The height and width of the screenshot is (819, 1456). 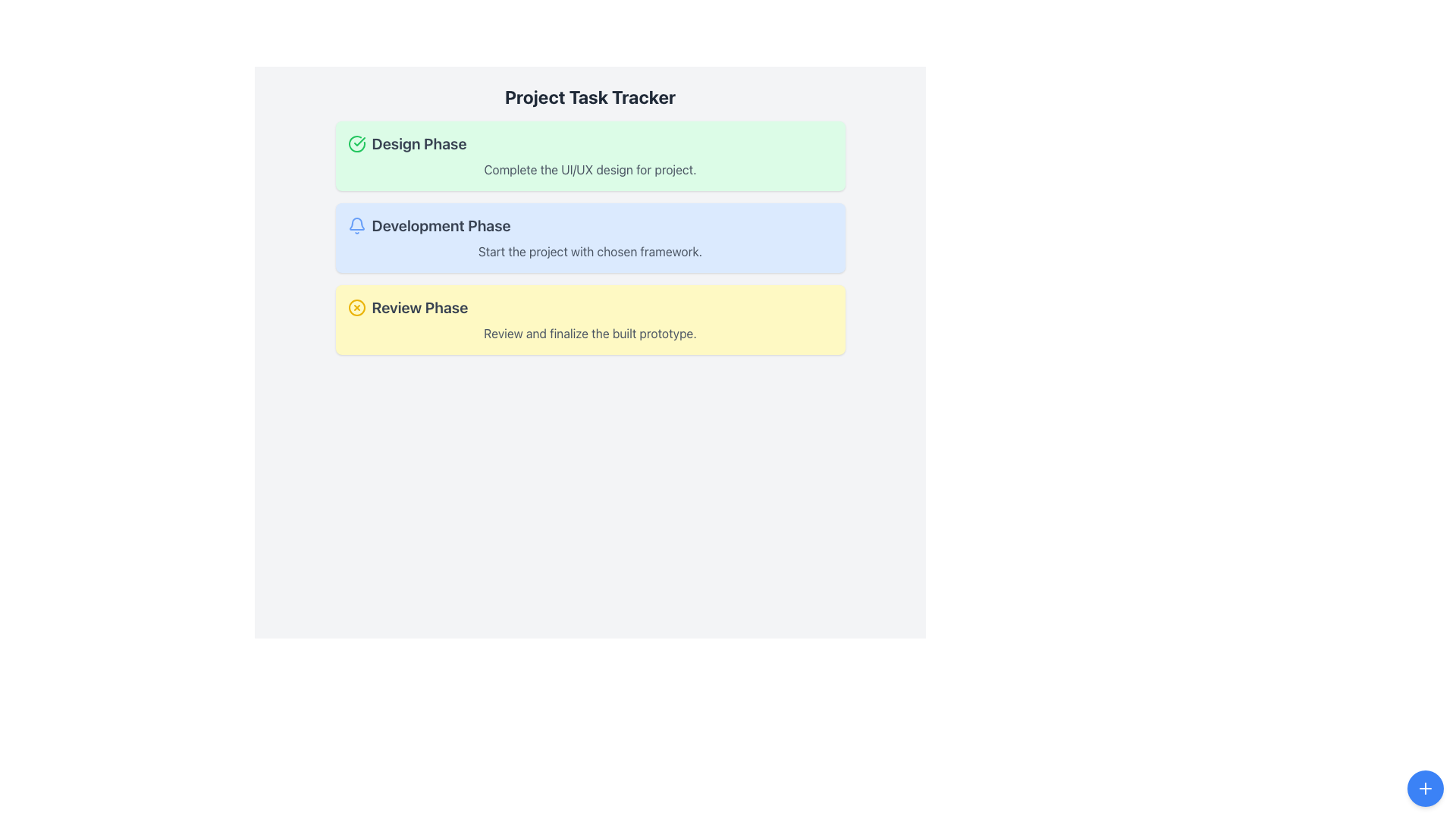 I want to click on the text label that indicates the current stage in the project task flow, located in the second task block titled 'Development Phase', positioned below 'Design Phase' and above 'Review Phase', so click(x=441, y=225).